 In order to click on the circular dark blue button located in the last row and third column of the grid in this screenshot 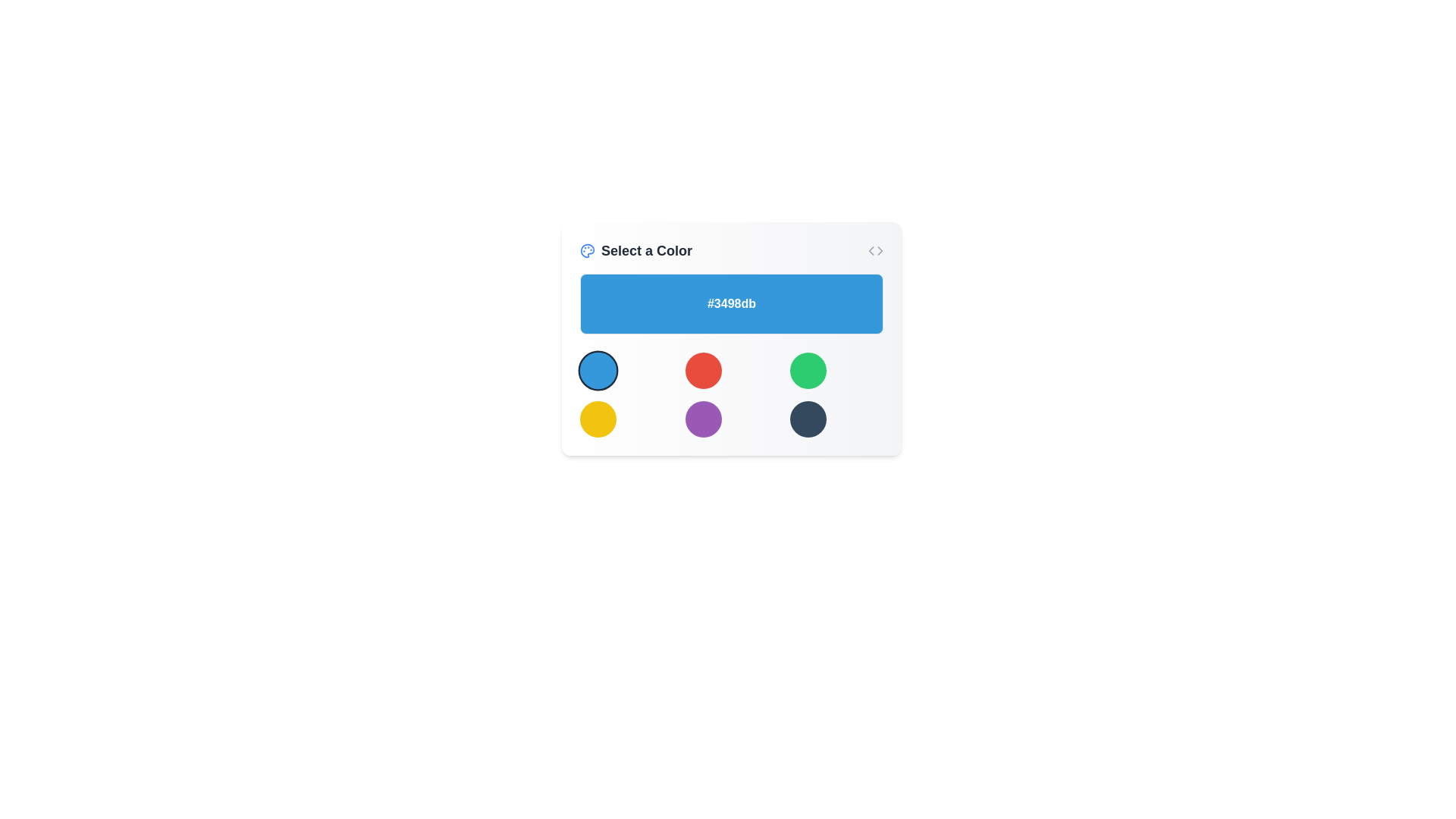, I will do `click(808, 419)`.